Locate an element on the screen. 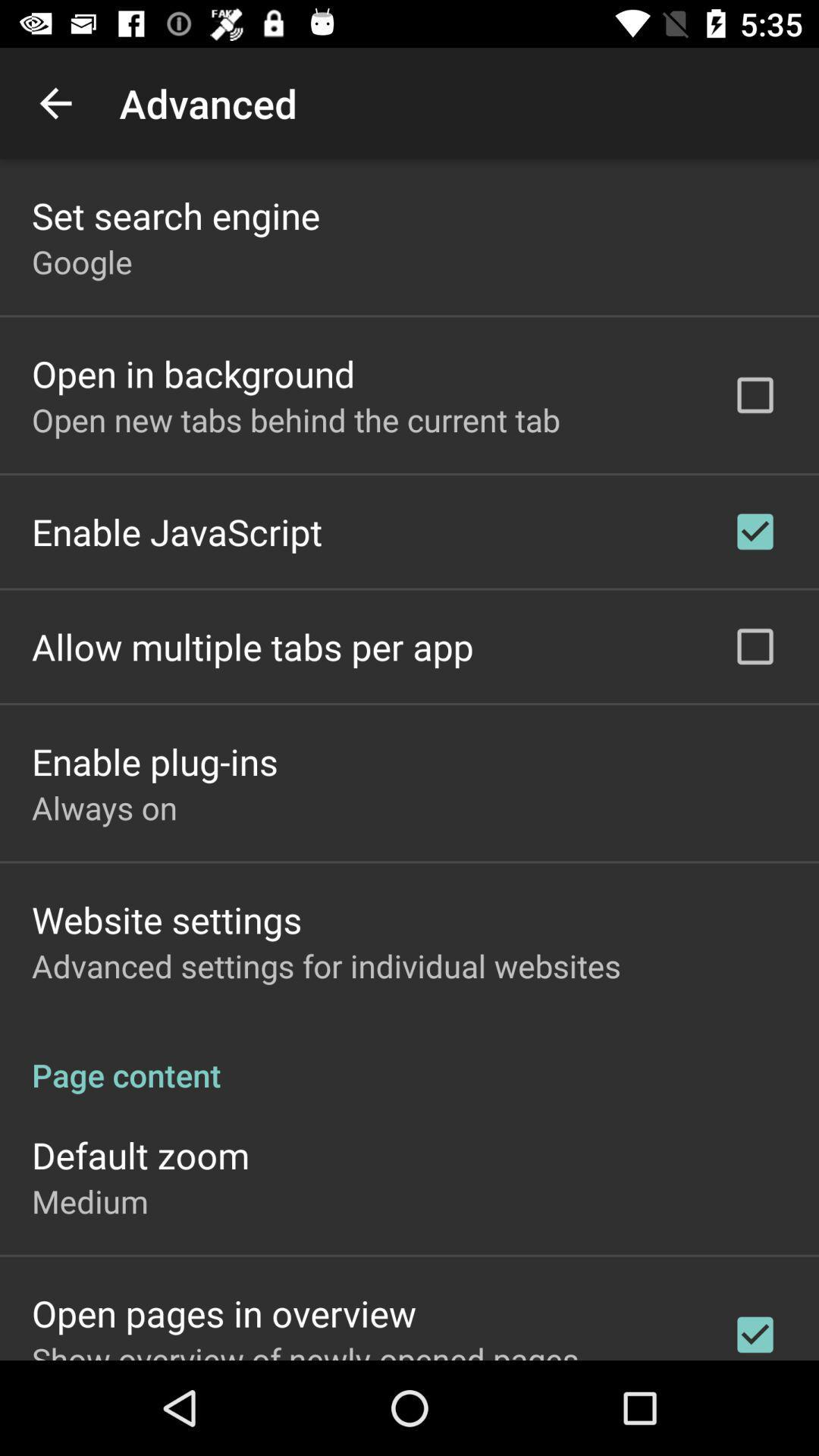 This screenshot has width=819, height=1456. enable javascript item is located at coordinates (176, 532).